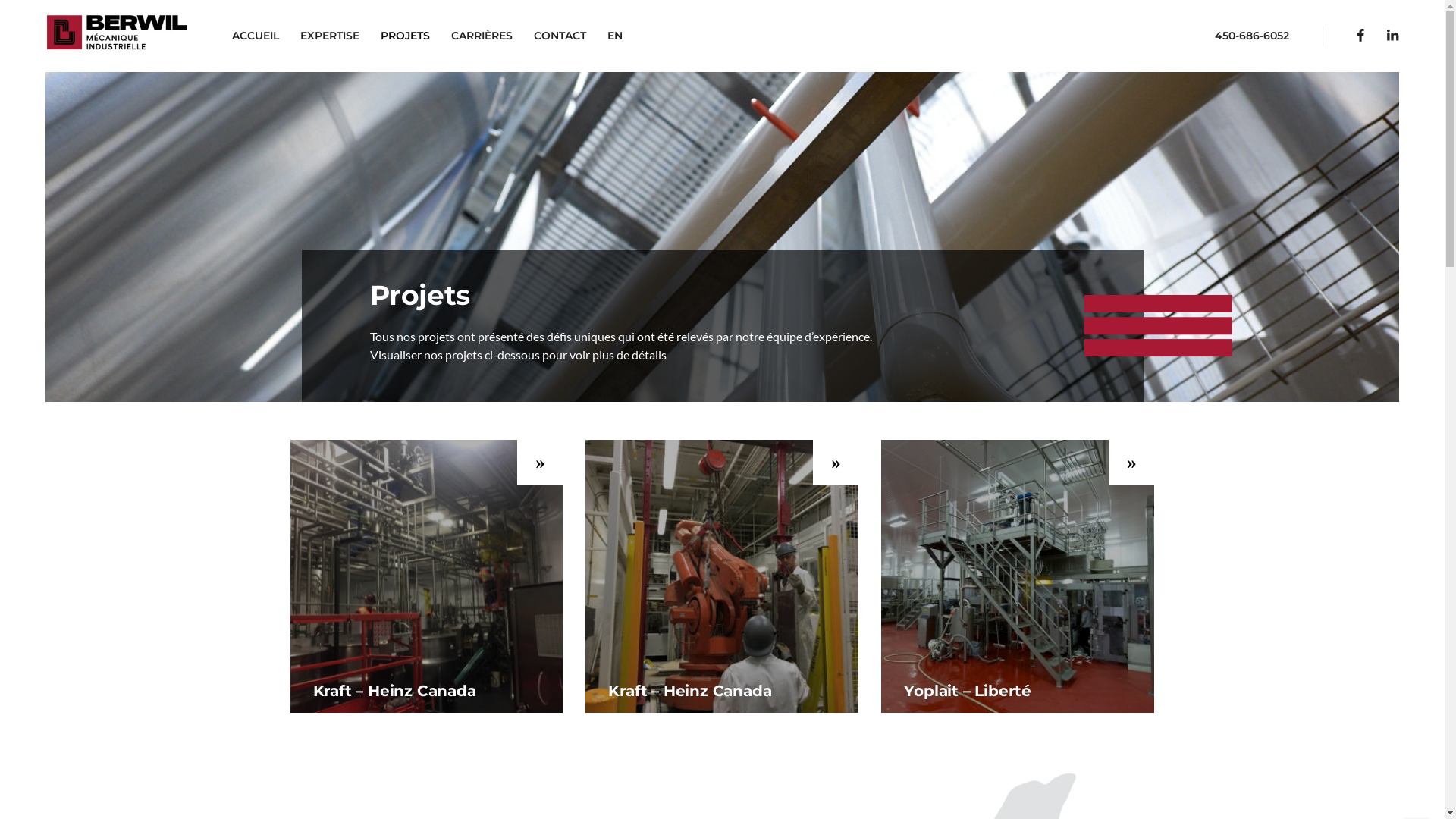 Image resolution: width=1456 pixels, height=819 pixels. What do you see at coordinates (1360, 35) in the screenshot?
I see `'Facebook'` at bounding box center [1360, 35].